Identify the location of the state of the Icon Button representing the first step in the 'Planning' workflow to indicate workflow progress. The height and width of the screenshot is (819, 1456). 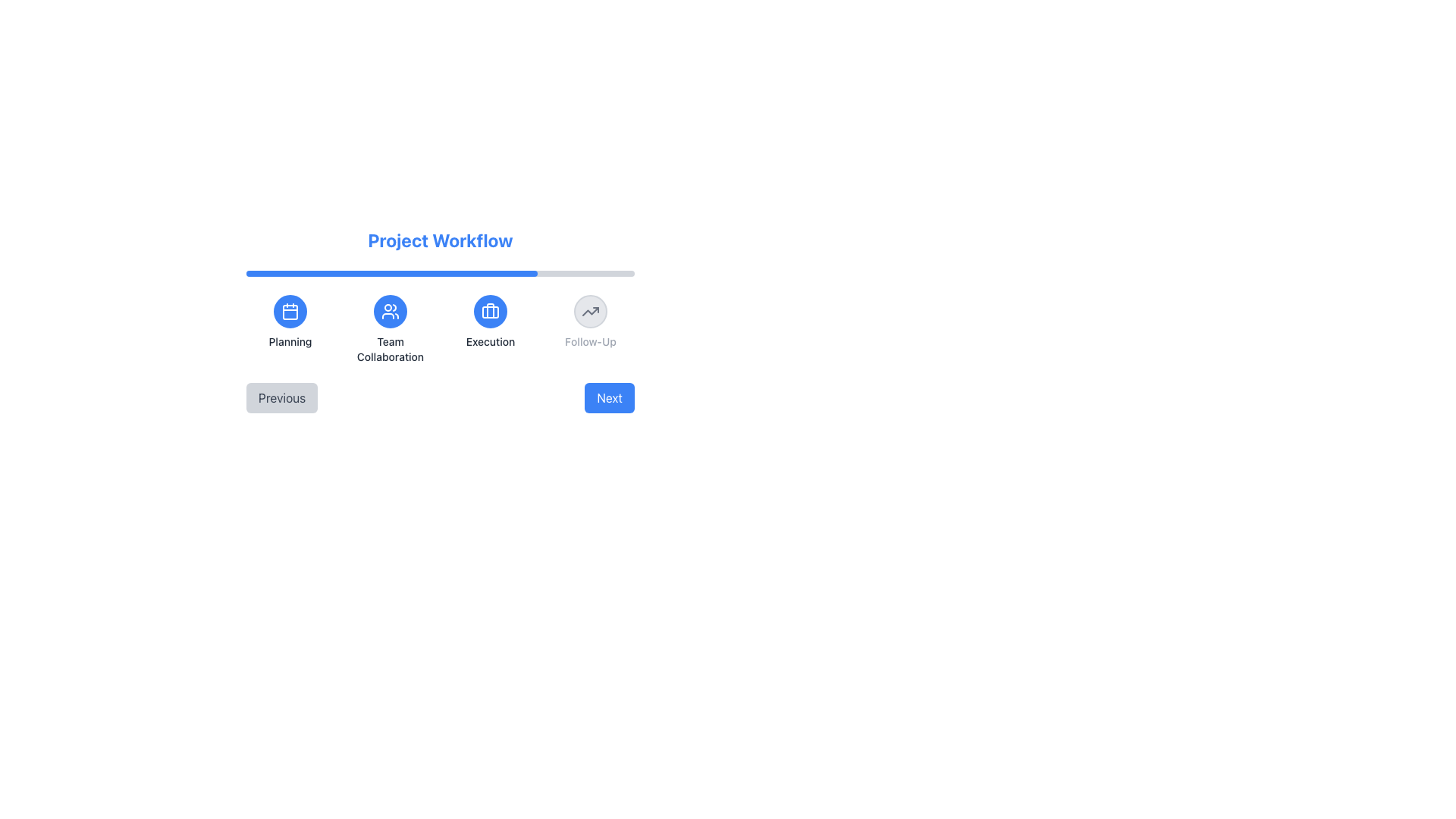
(290, 311).